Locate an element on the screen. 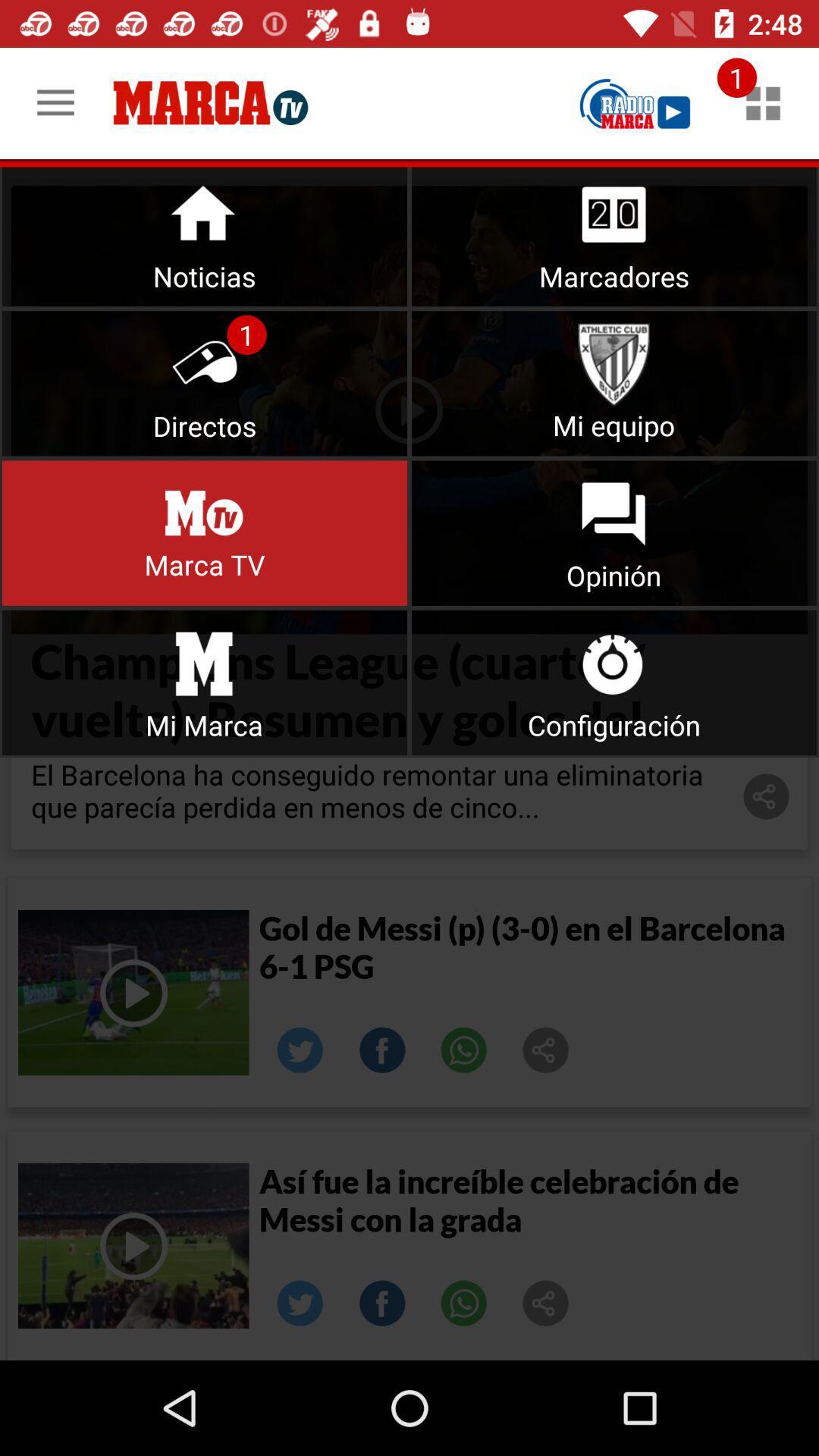  image is located at coordinates (546, 1050).